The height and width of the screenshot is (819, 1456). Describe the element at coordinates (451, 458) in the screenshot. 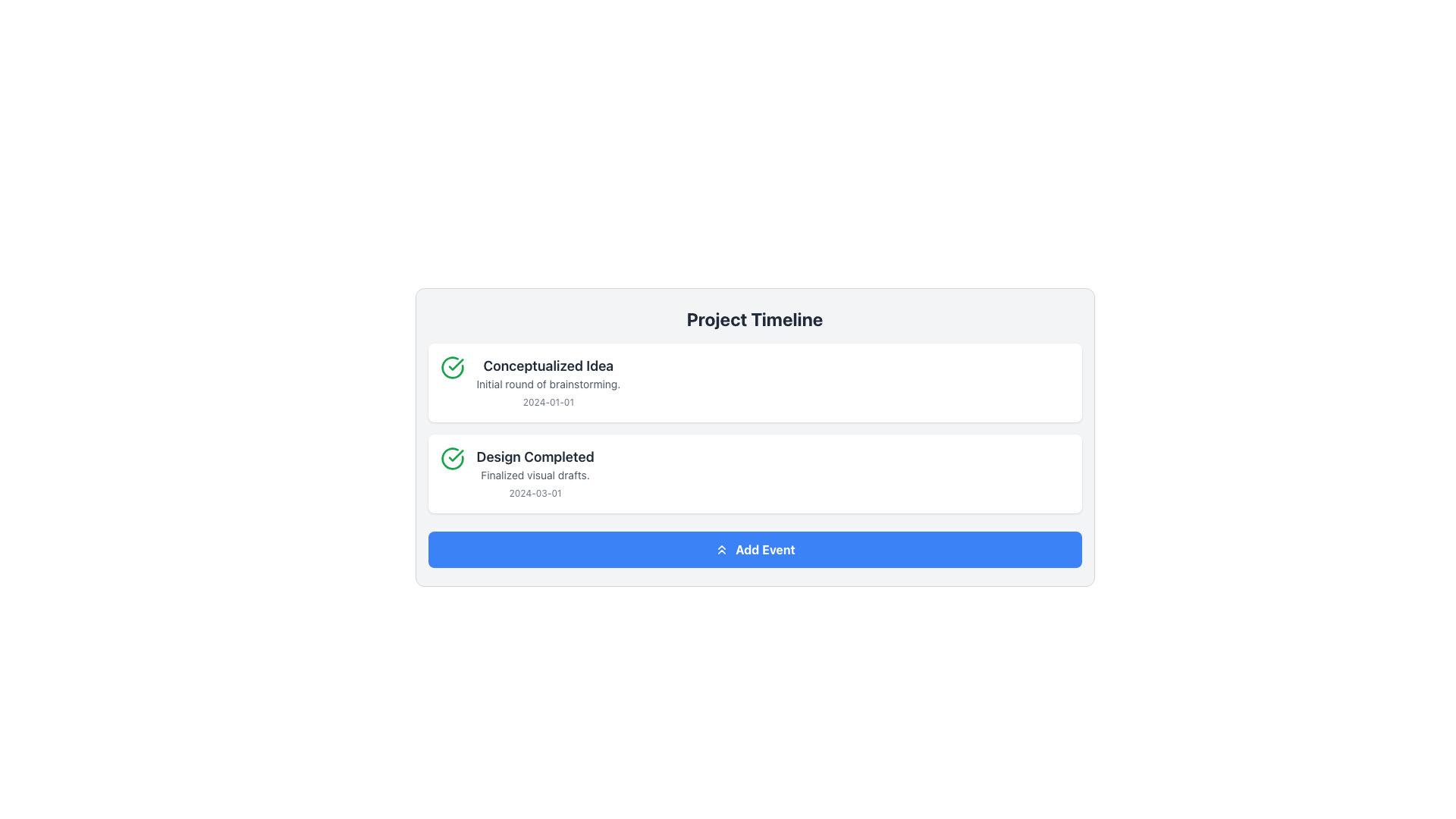

I see `the green outlined circle icon with a check mark inside, located in the left section of the lower card indicating 'Design Completed'` at that location.